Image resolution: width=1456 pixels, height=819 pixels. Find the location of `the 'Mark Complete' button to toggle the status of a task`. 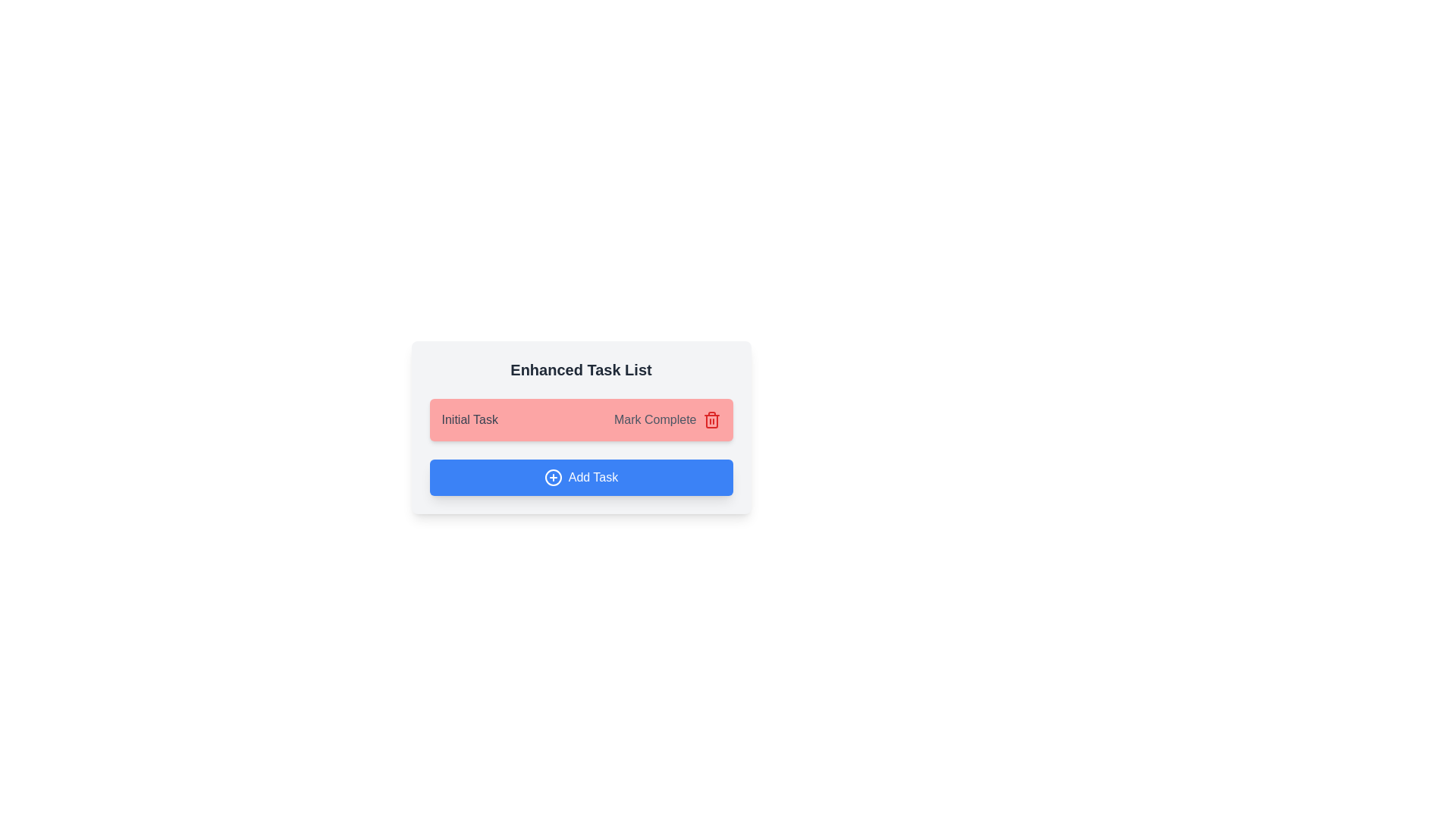

the 'Mark Complete' button to toggle the status of a task is located at coordinates (655, 420).